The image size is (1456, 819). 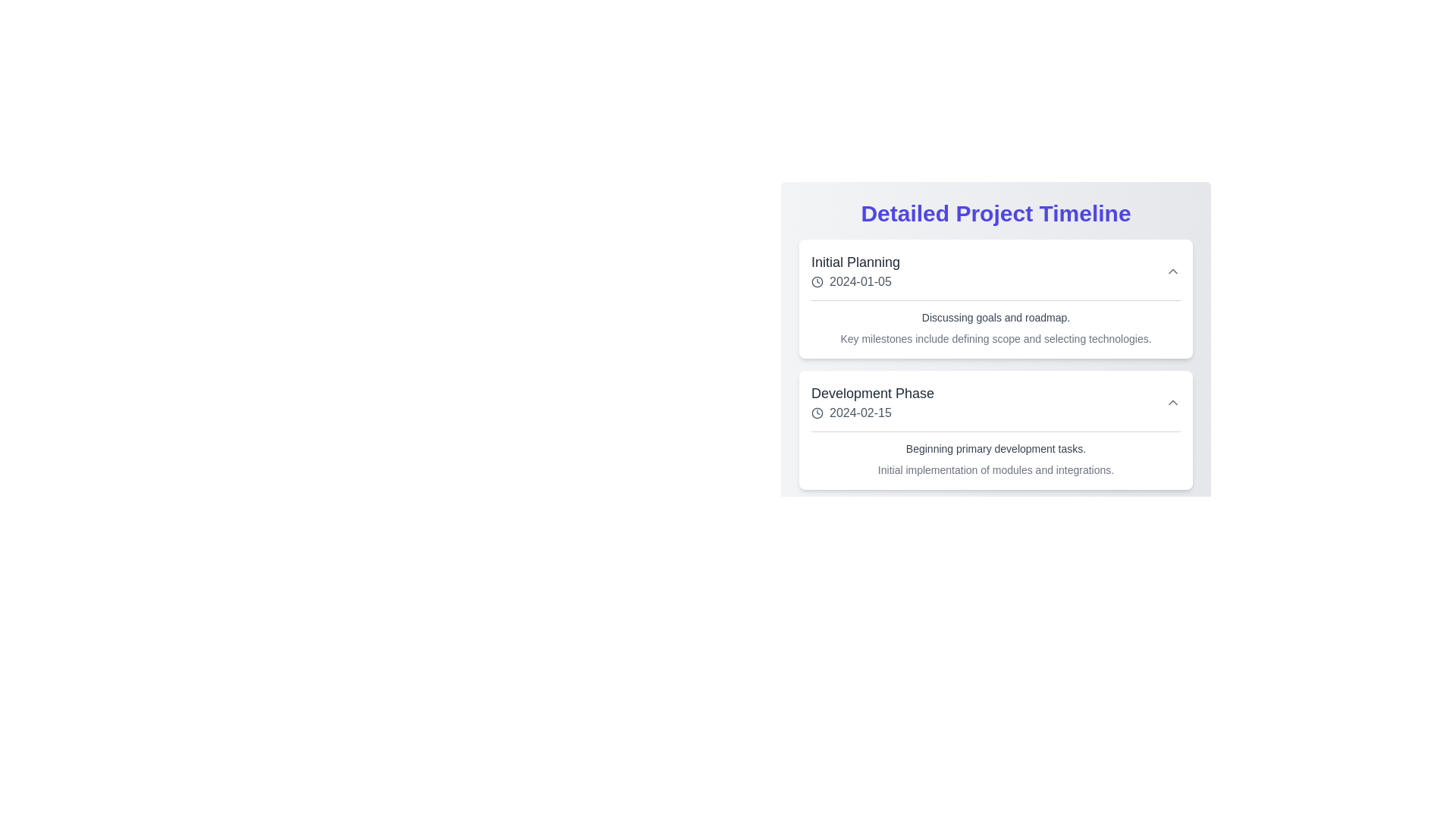 I want to click on the text label displaying 'Development Phase' which is in a large, bold font and gray color, located above the date '2024-02-15' in the timeline component, so click(x=873, y=393).